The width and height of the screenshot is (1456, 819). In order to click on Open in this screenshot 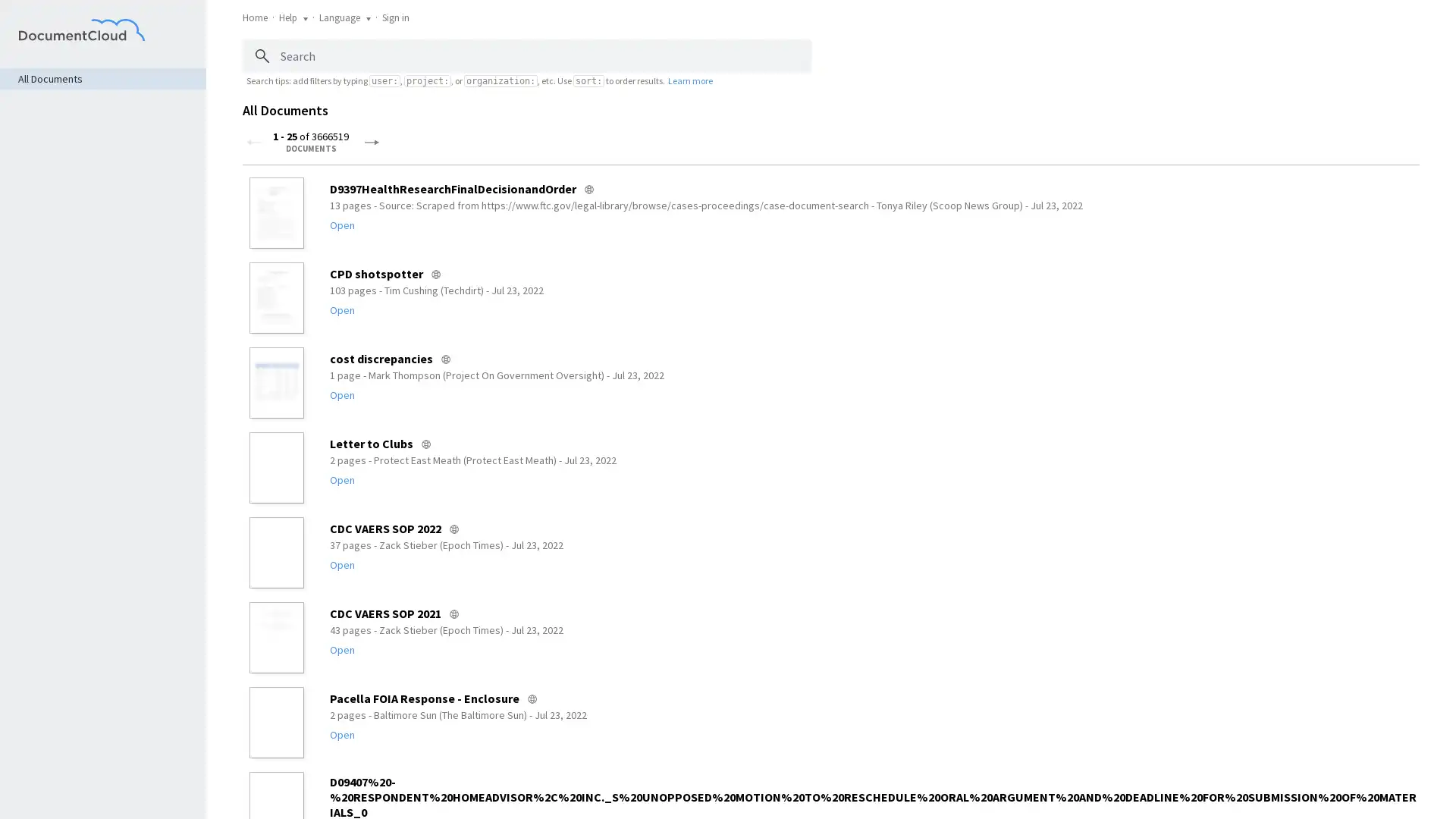, I will do `click(341, 309)`.